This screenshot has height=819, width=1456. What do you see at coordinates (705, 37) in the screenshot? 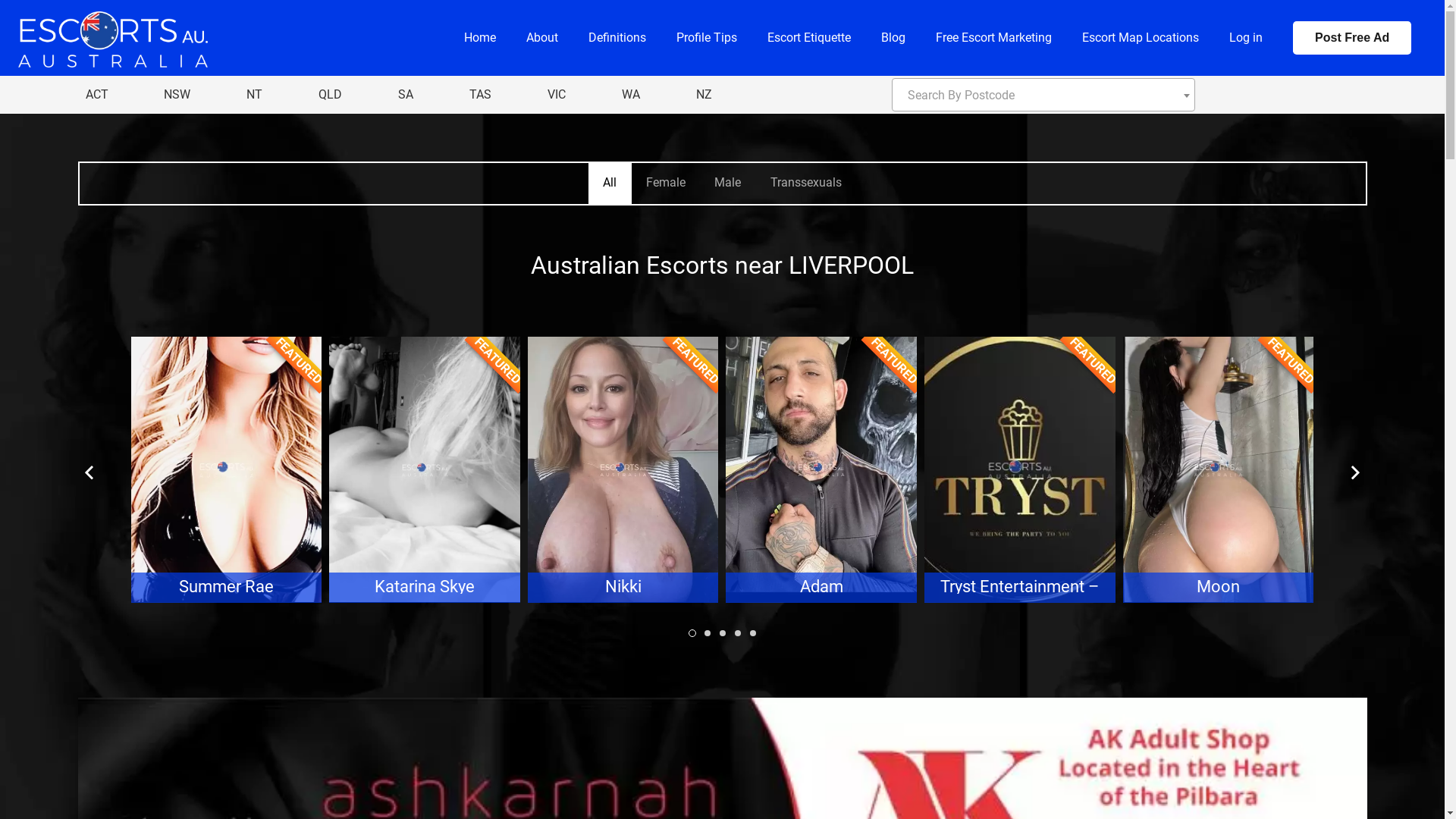
I see `'Profile Tips'` at bounding box center [705, 37].